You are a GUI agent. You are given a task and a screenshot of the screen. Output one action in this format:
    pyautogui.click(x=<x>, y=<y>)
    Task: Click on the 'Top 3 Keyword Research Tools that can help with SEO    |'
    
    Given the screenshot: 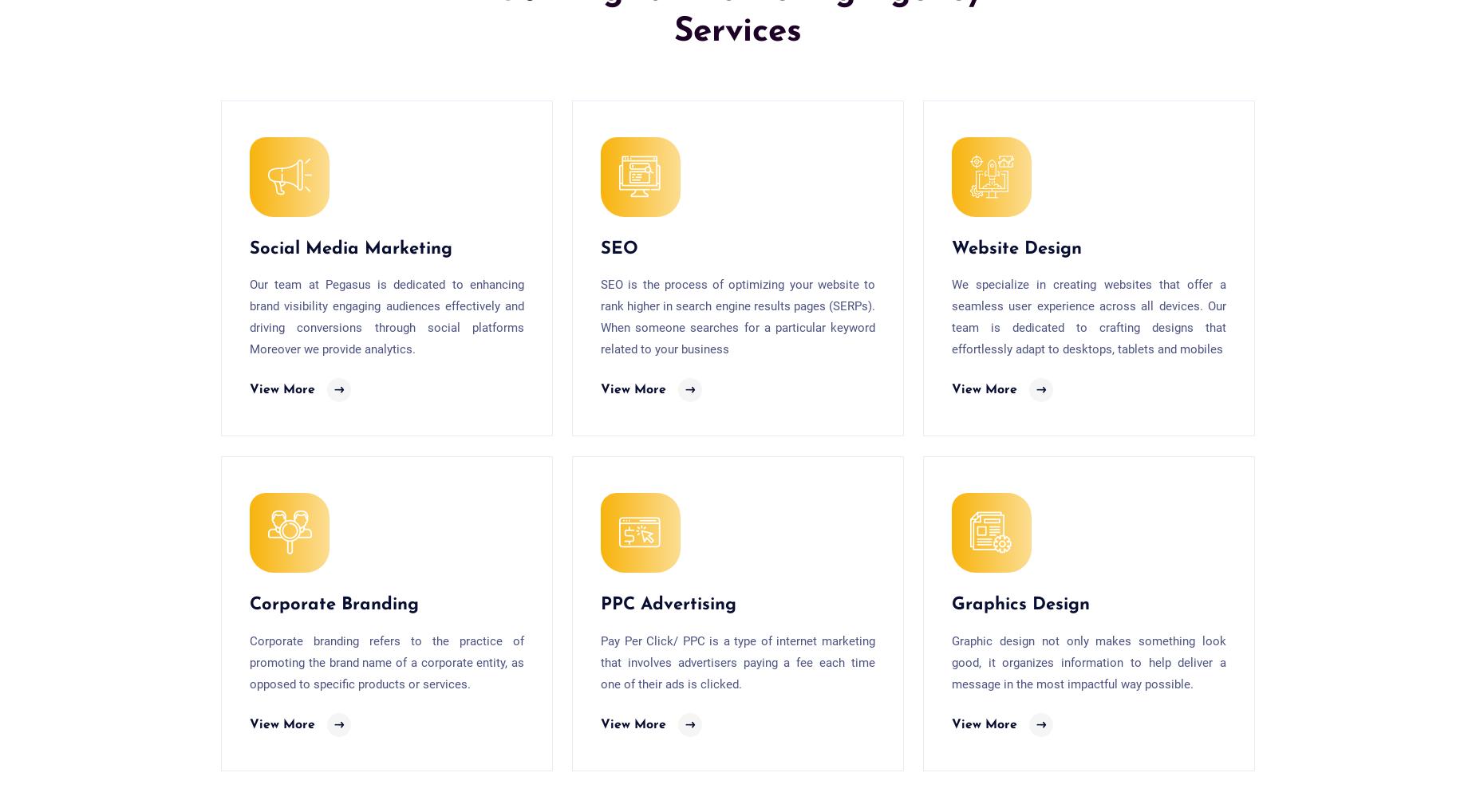 What is the action you would take?
    pyautogui.click(x=1081, y=633)
    